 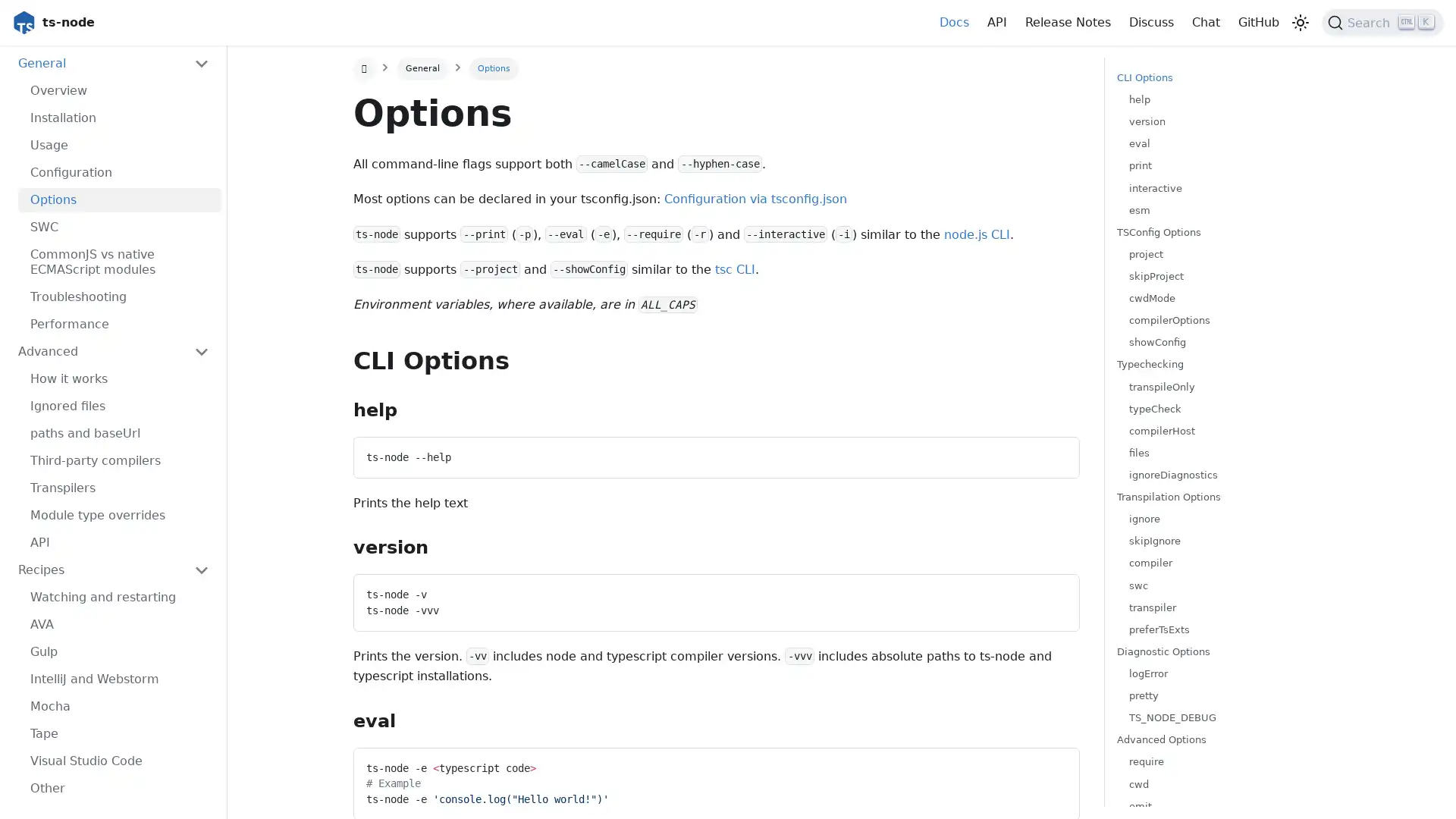 I want to click on Copy code to clipboard, so click(x=1053, y=590).